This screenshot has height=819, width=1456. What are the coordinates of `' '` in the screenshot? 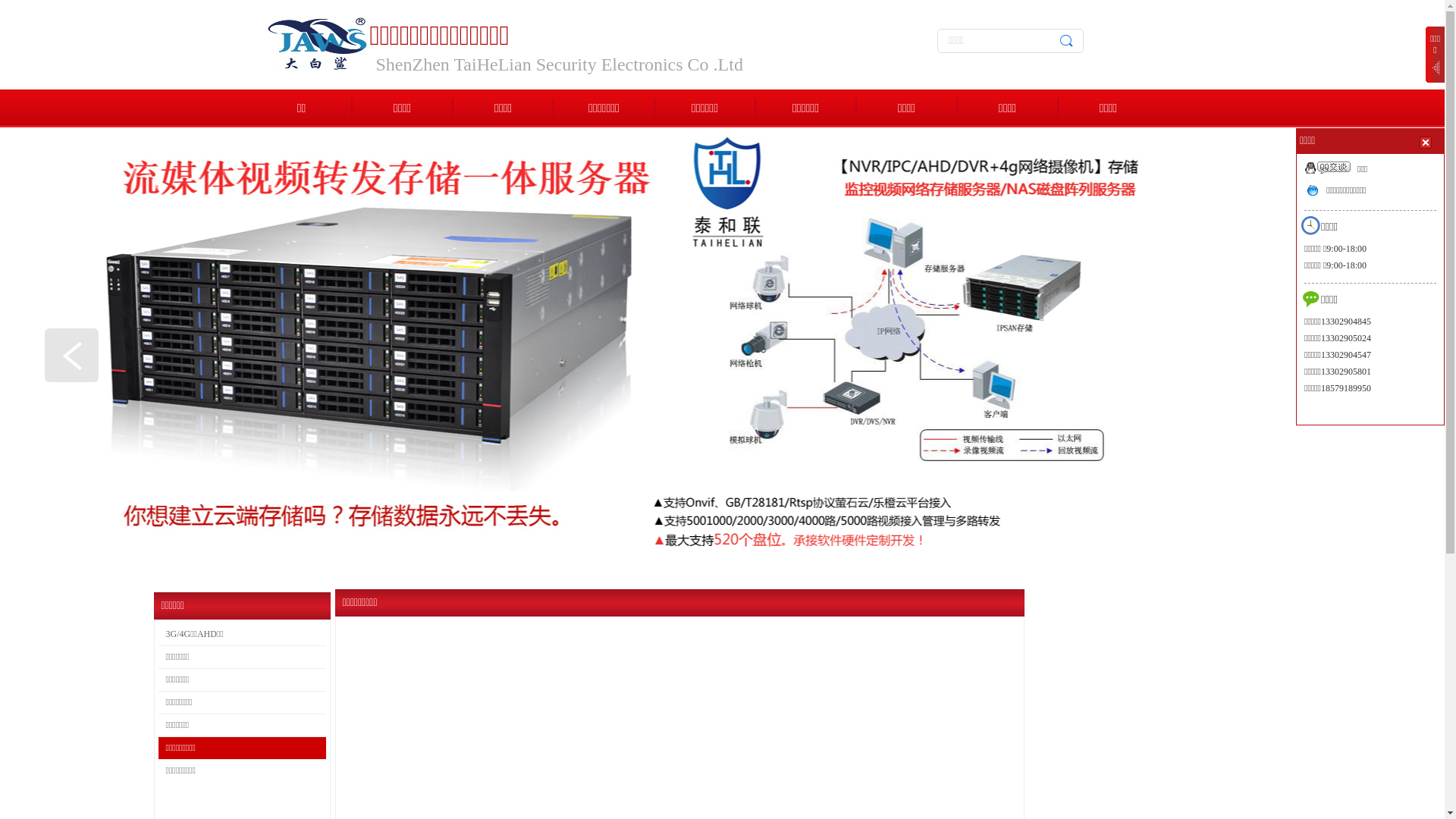 It's located at (1419, 141).